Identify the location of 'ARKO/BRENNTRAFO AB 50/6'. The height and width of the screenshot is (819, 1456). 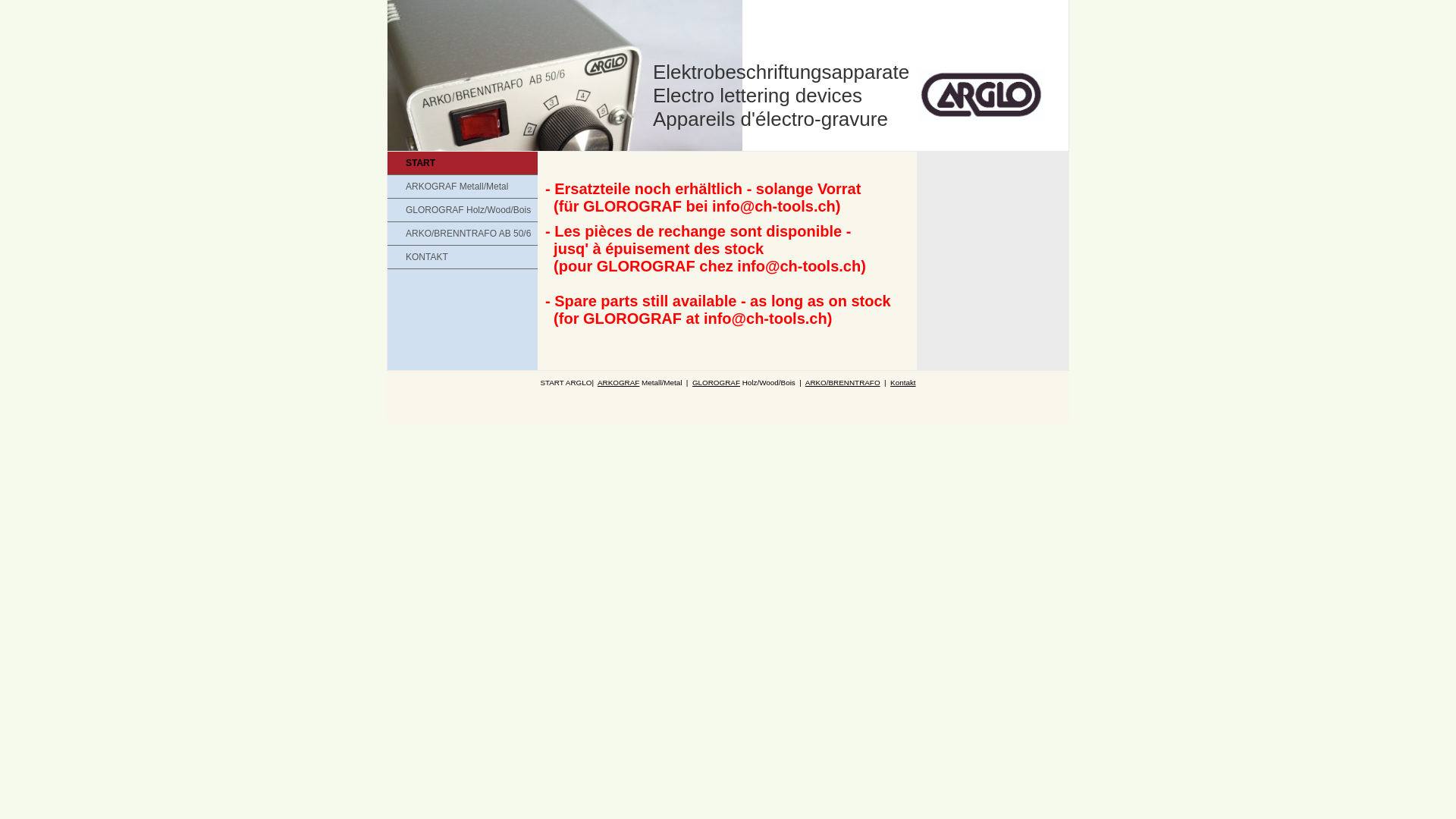
(387, 234).